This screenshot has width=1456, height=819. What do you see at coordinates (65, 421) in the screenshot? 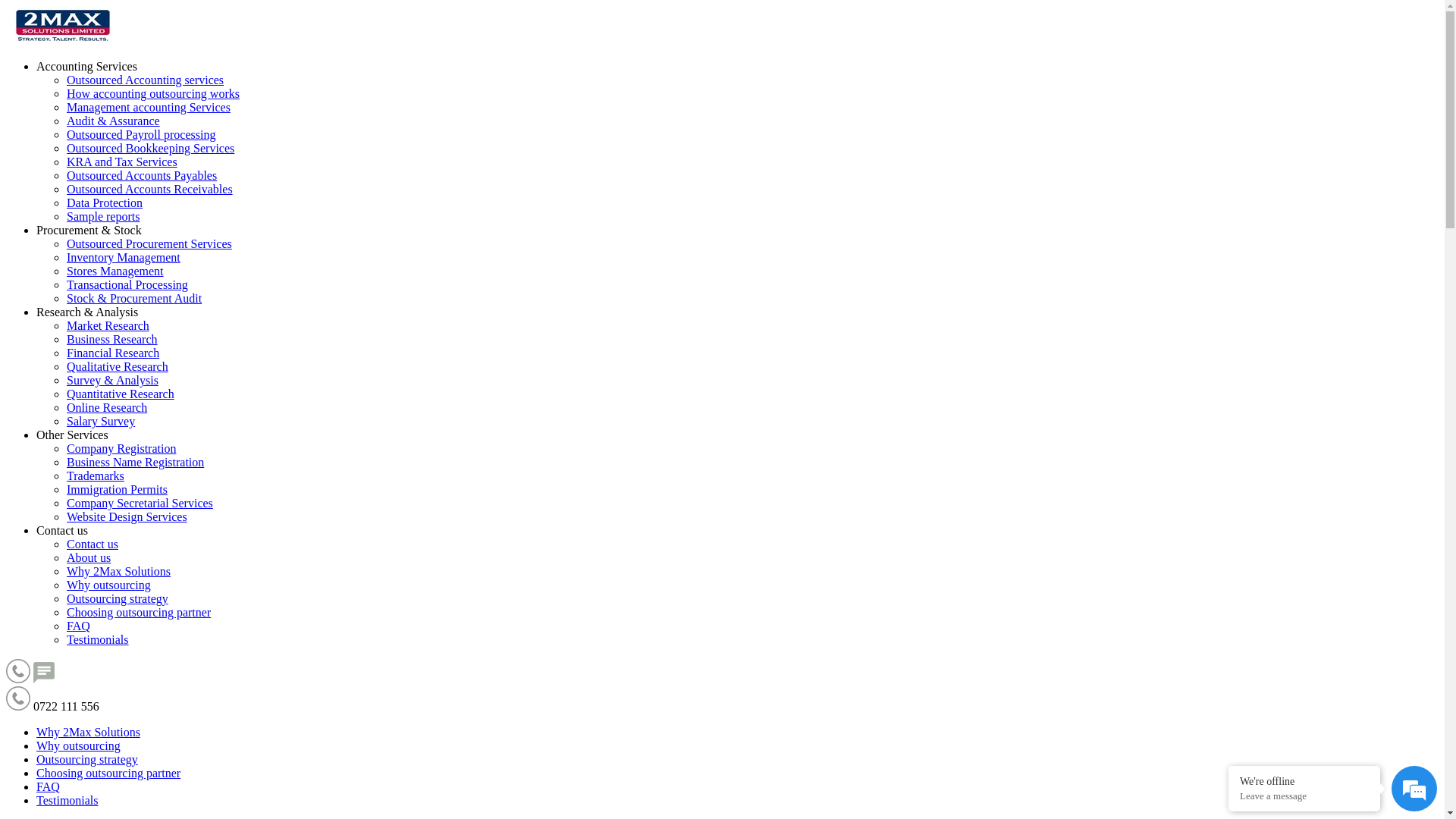
I see `'Salary Survey'` at bounding box center [65, 421].